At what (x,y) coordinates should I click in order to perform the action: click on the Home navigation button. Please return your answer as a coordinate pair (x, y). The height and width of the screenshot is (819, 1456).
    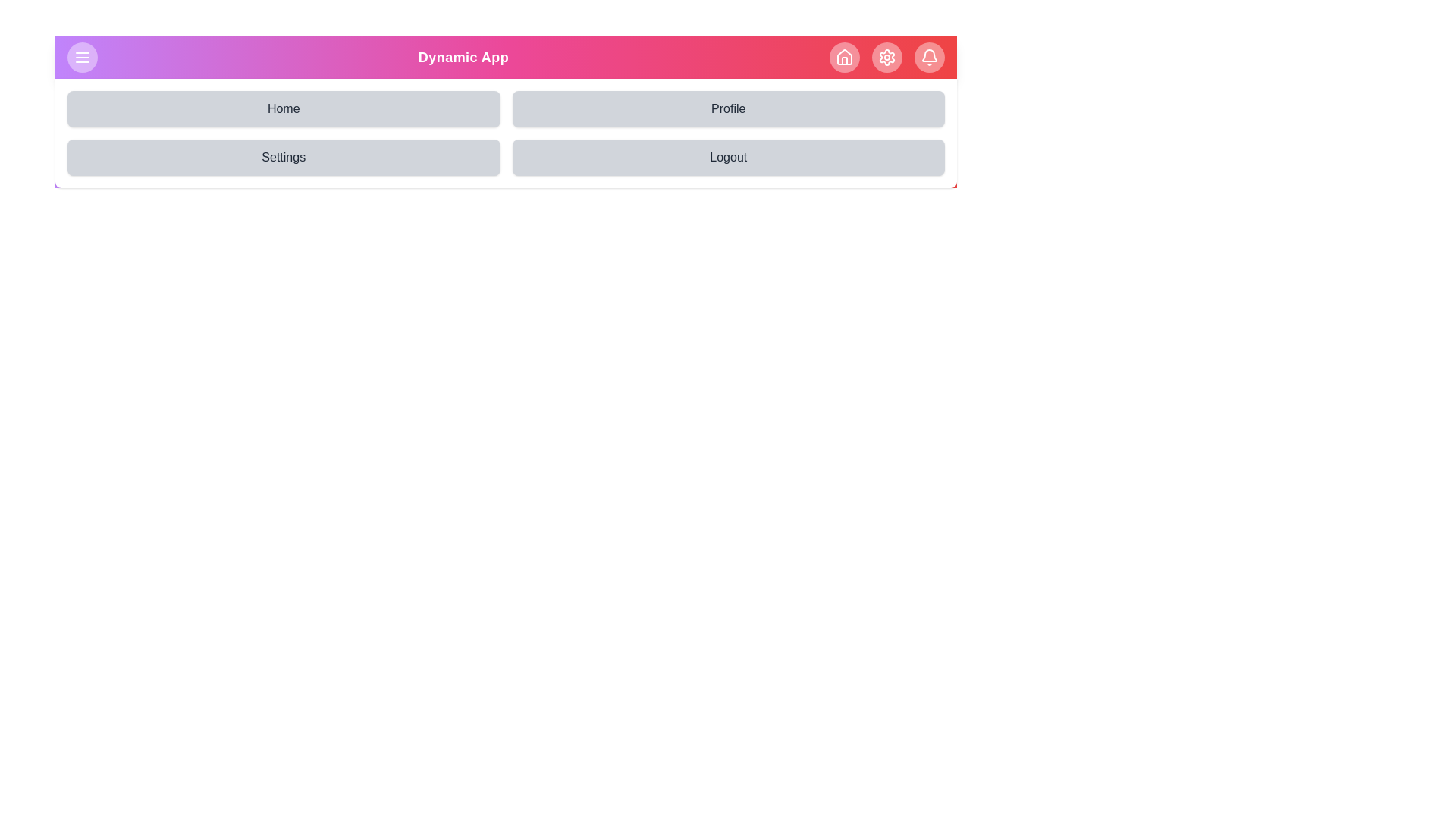
    Looking at the image, I should click on (284, 108).